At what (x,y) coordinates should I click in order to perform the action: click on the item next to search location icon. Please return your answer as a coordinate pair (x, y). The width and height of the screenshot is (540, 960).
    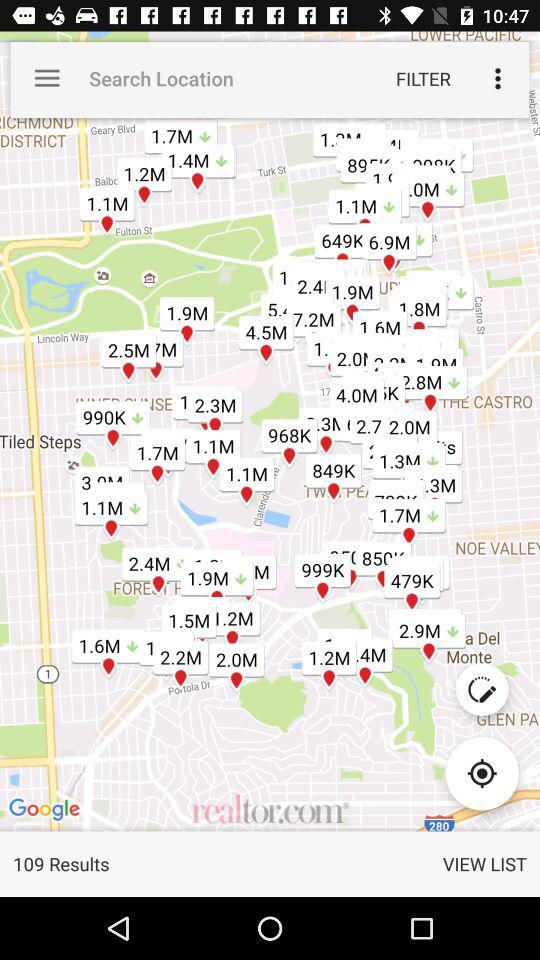
    Looking at the image, I should click on (47, 78).